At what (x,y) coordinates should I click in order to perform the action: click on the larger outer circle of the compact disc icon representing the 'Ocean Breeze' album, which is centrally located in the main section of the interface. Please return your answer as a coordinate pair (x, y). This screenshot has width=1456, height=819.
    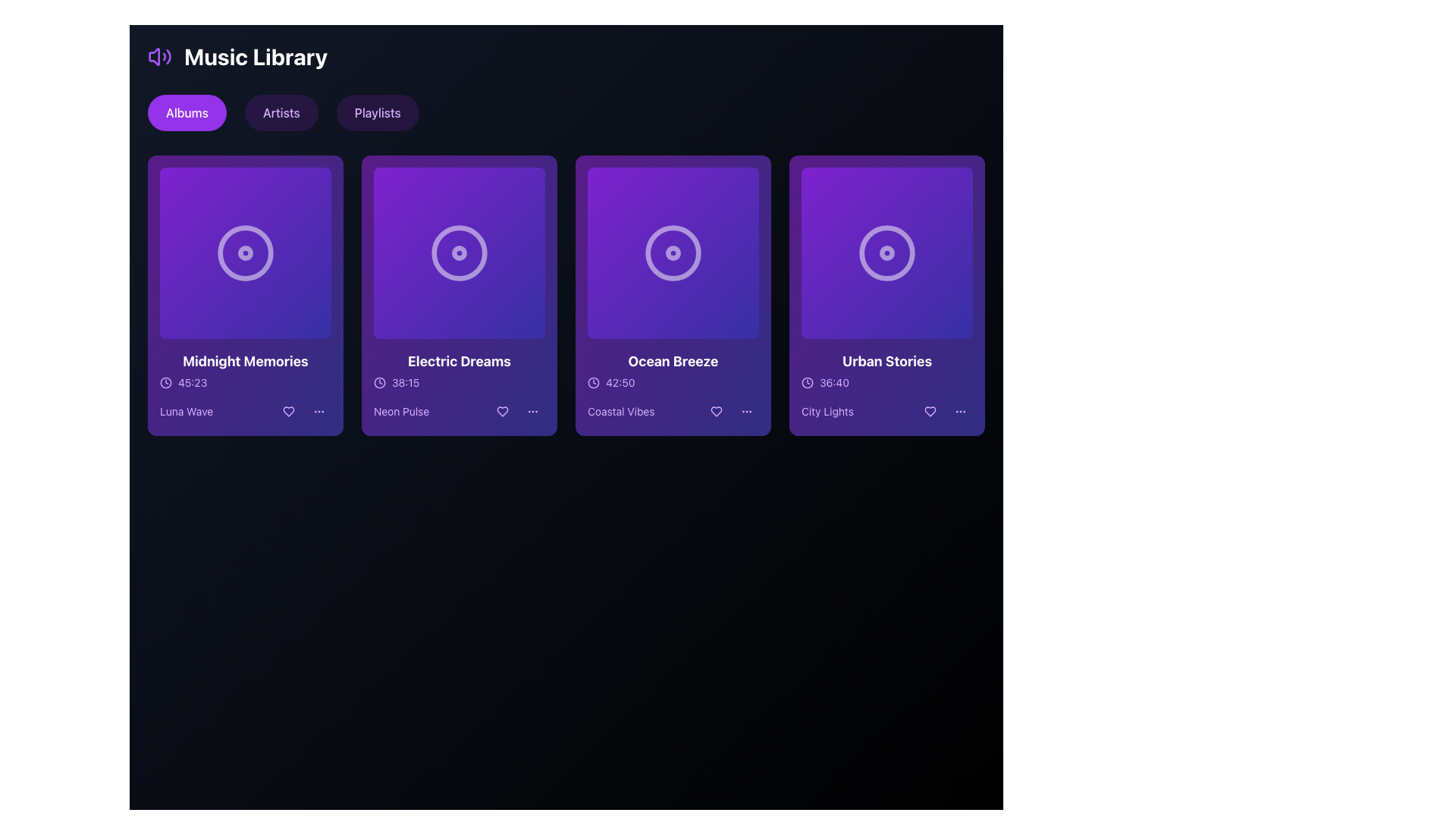
    Looking at the image, I should click on (673, 253).